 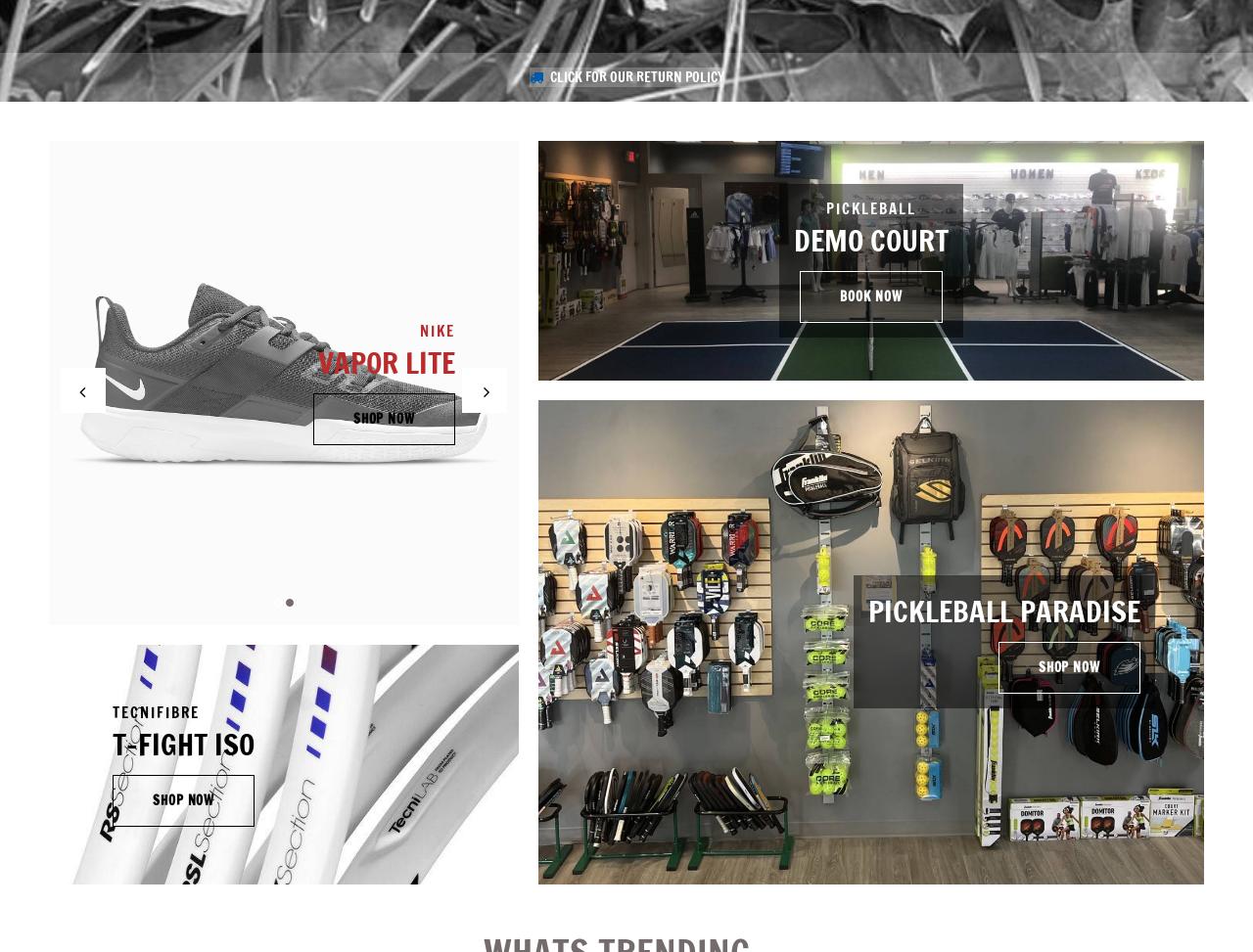 What do you see at coordinates (826, 206) in the screenshot?
I see `'pickleball'` at bounding box center [826, 206].